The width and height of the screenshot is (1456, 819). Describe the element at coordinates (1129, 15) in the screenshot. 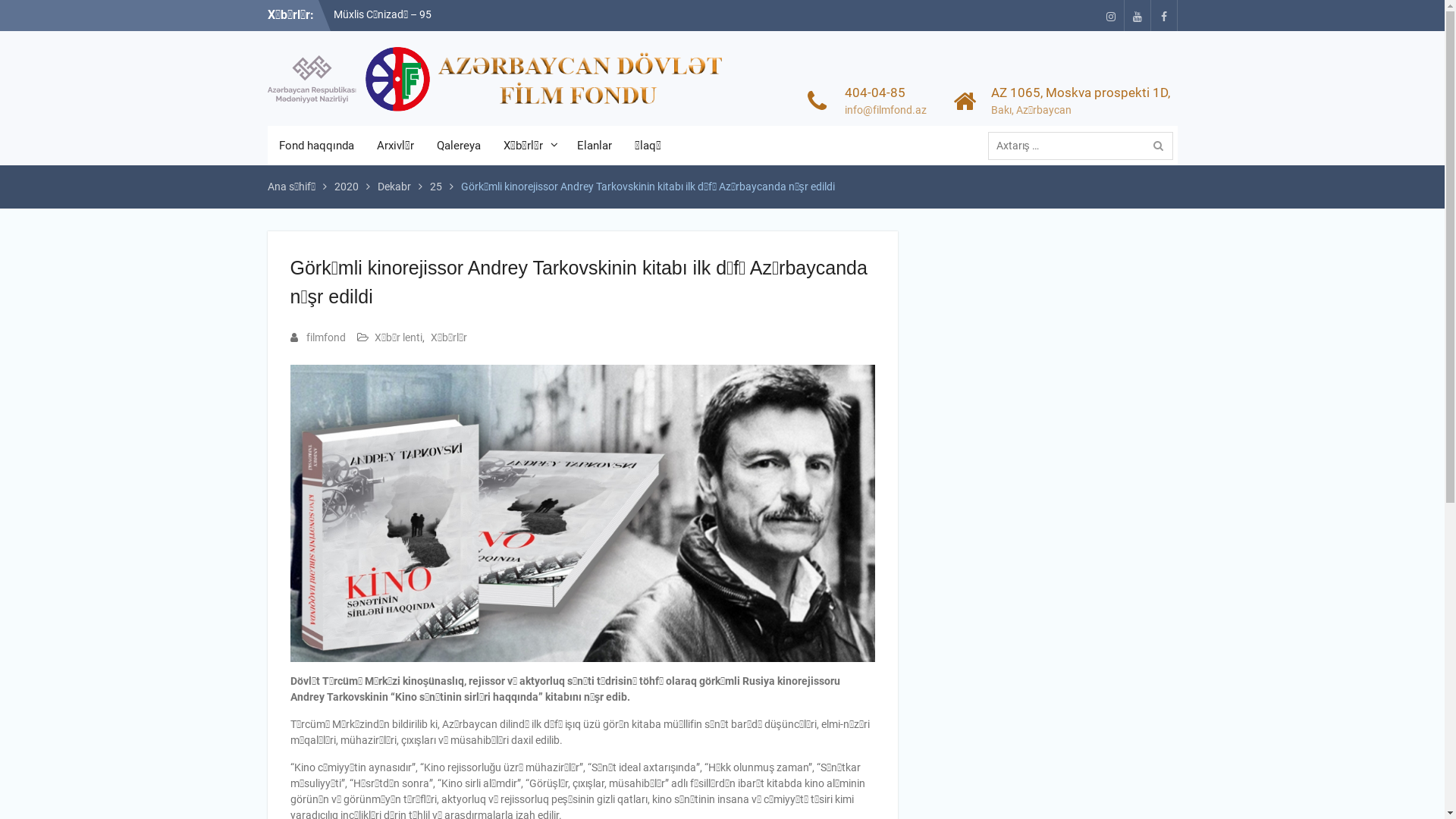

I see `'Youtube'` at that location.